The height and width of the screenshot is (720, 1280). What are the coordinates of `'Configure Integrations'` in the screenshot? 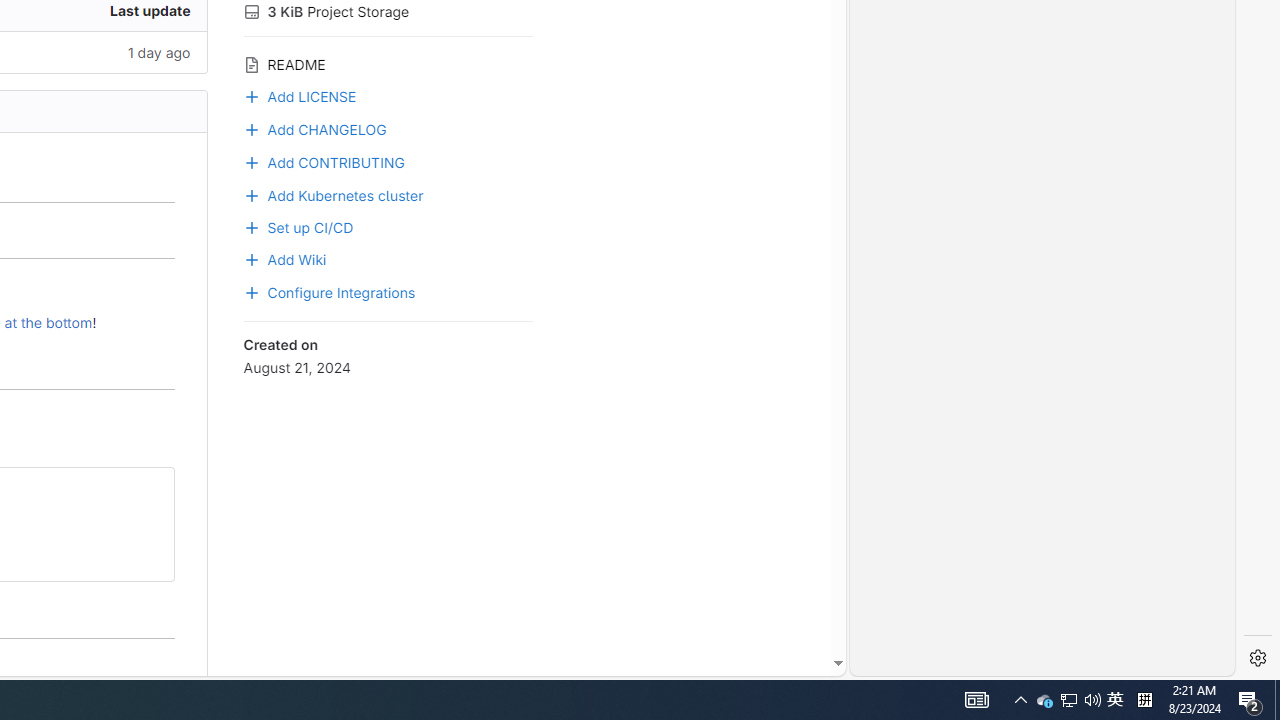 It's located at (329, 291).